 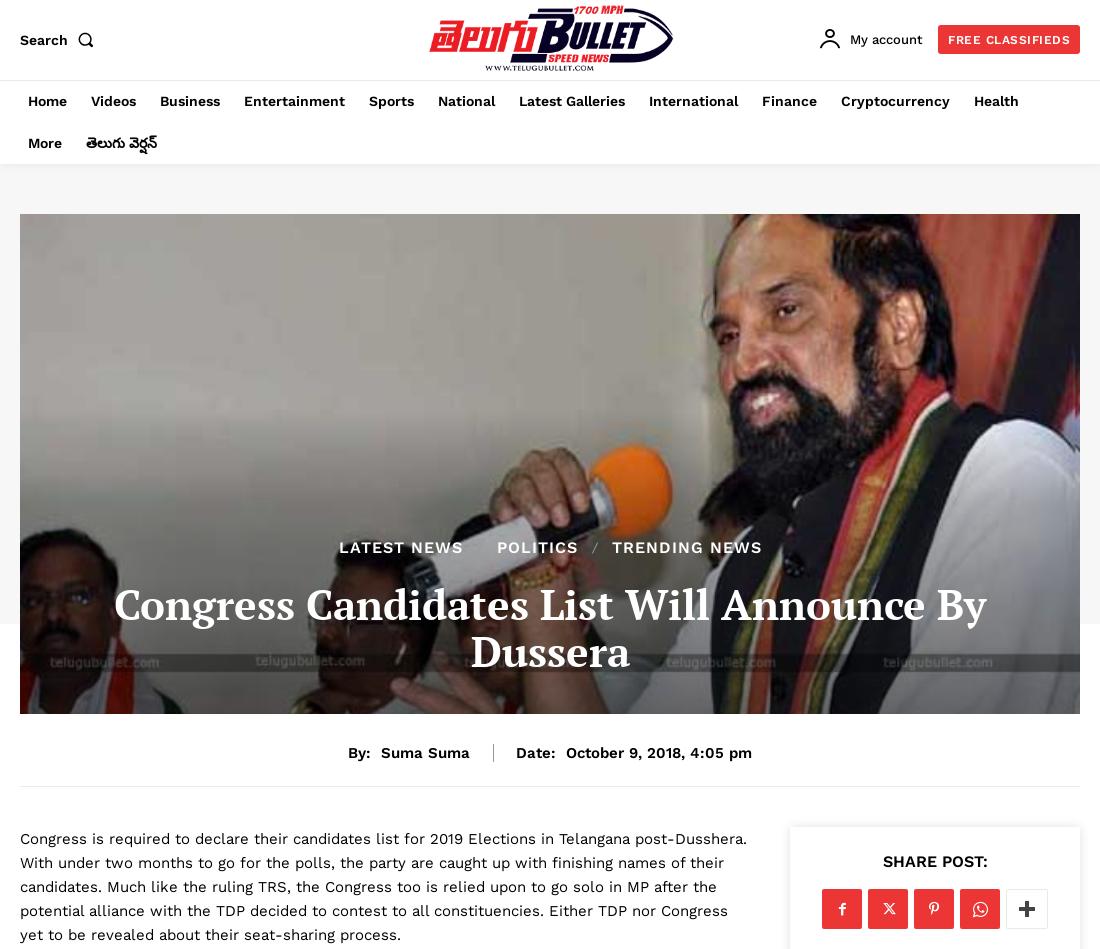 What do you see at coordinates (19, 886) in the screenshot?
I see `'Congress is required to declare their candidates list for 2019 Elections in Telangana post-Dusshera. With under two months to go for the polls, the party are caught up with finishing names of their candidates. Much like the ruling TRS, the Congress too is relied upon to go solo in MP after the potential alliance with the TDP decided to contest to all constituencies. Either TDP nor Congress yet to be revealed about their seat-sharing process.'` at bounding box center [19, 886].